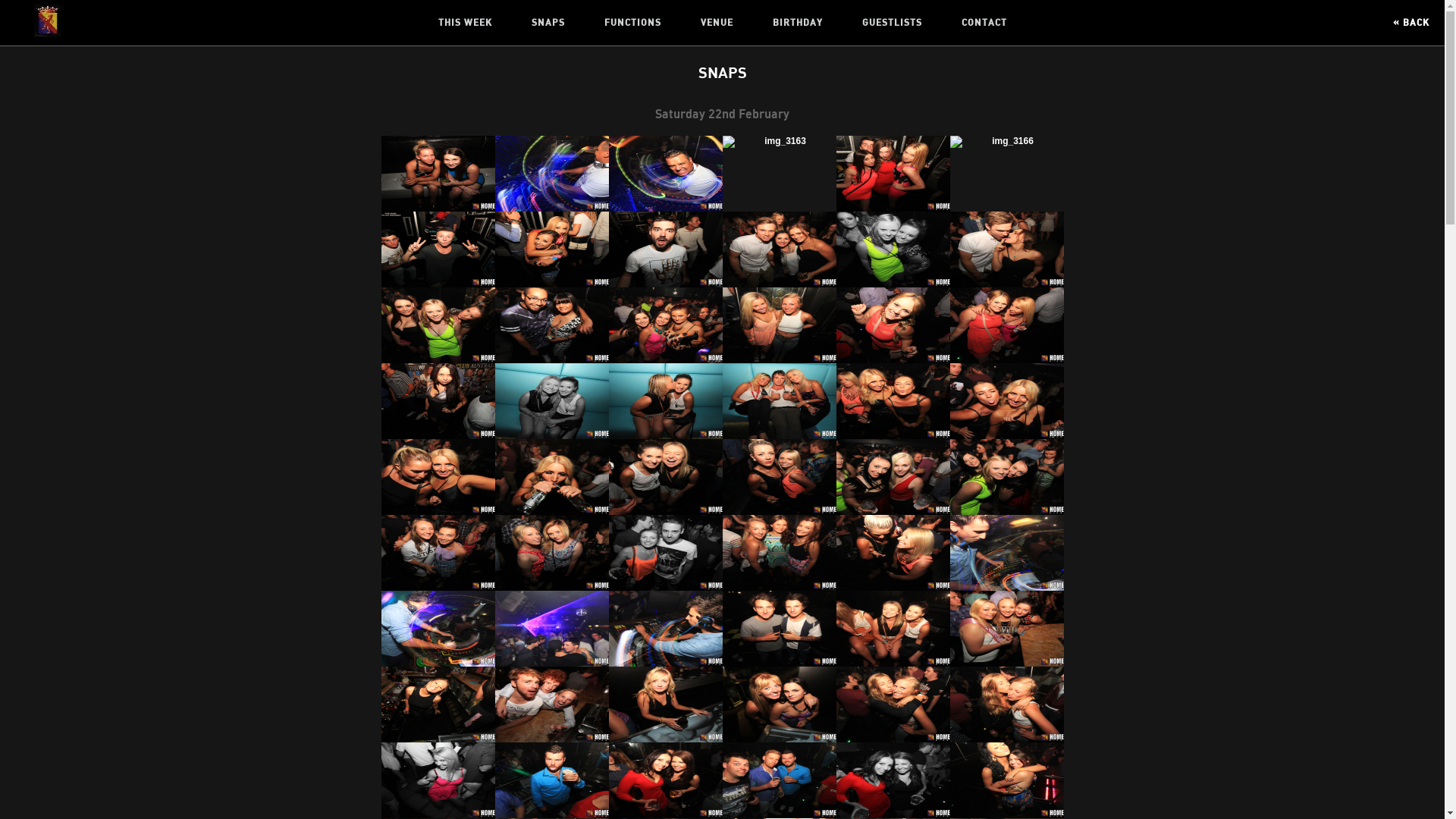 The width and height of the screenshot is (1456, 819). What do you see at coordinates (835, 324) in the screenshot?
I see `' '` at bounding box center [835, 324].